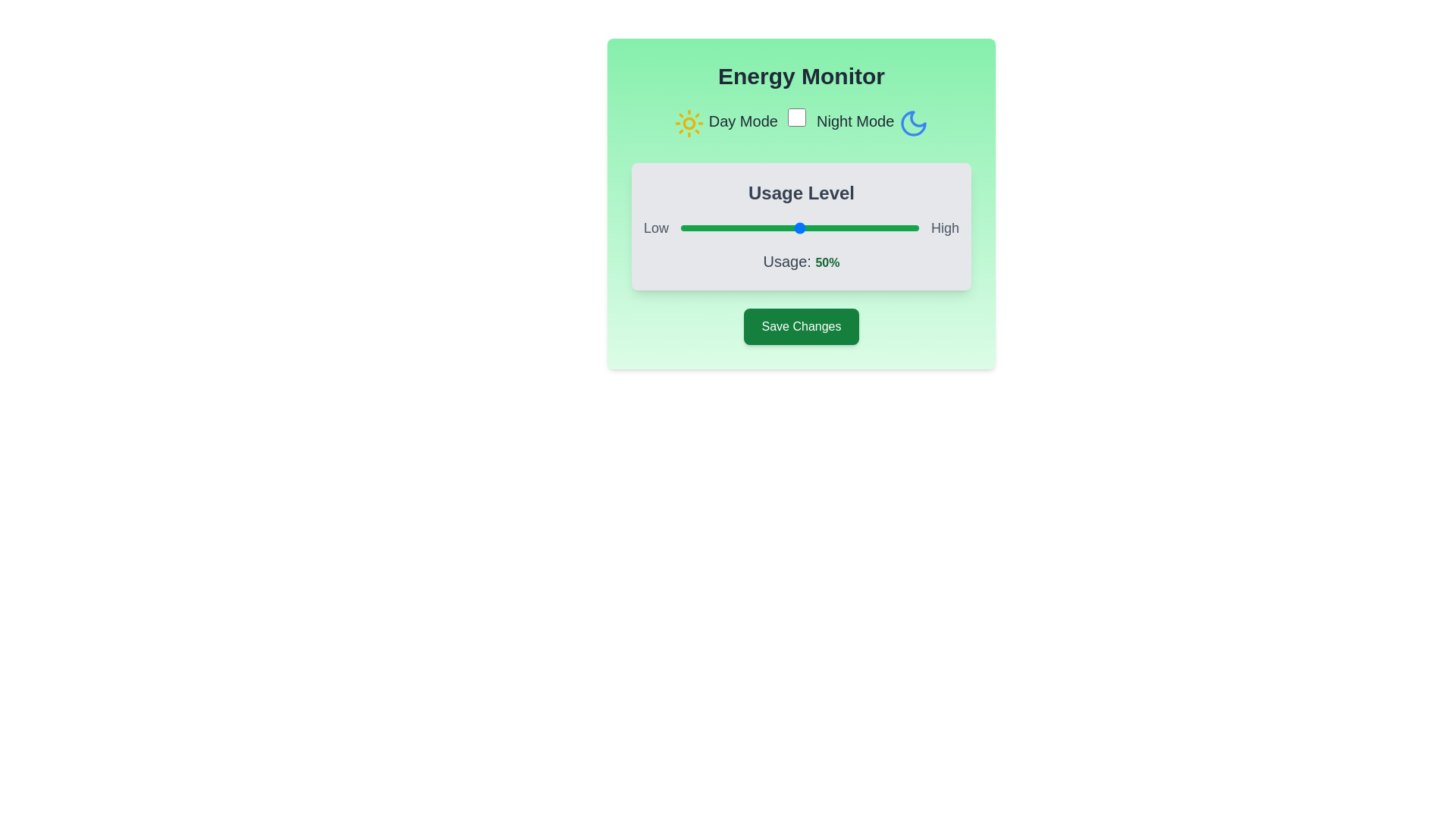  Describe the element at coordinates (861, 227) in the screenshot. I see `the slider` at that location.